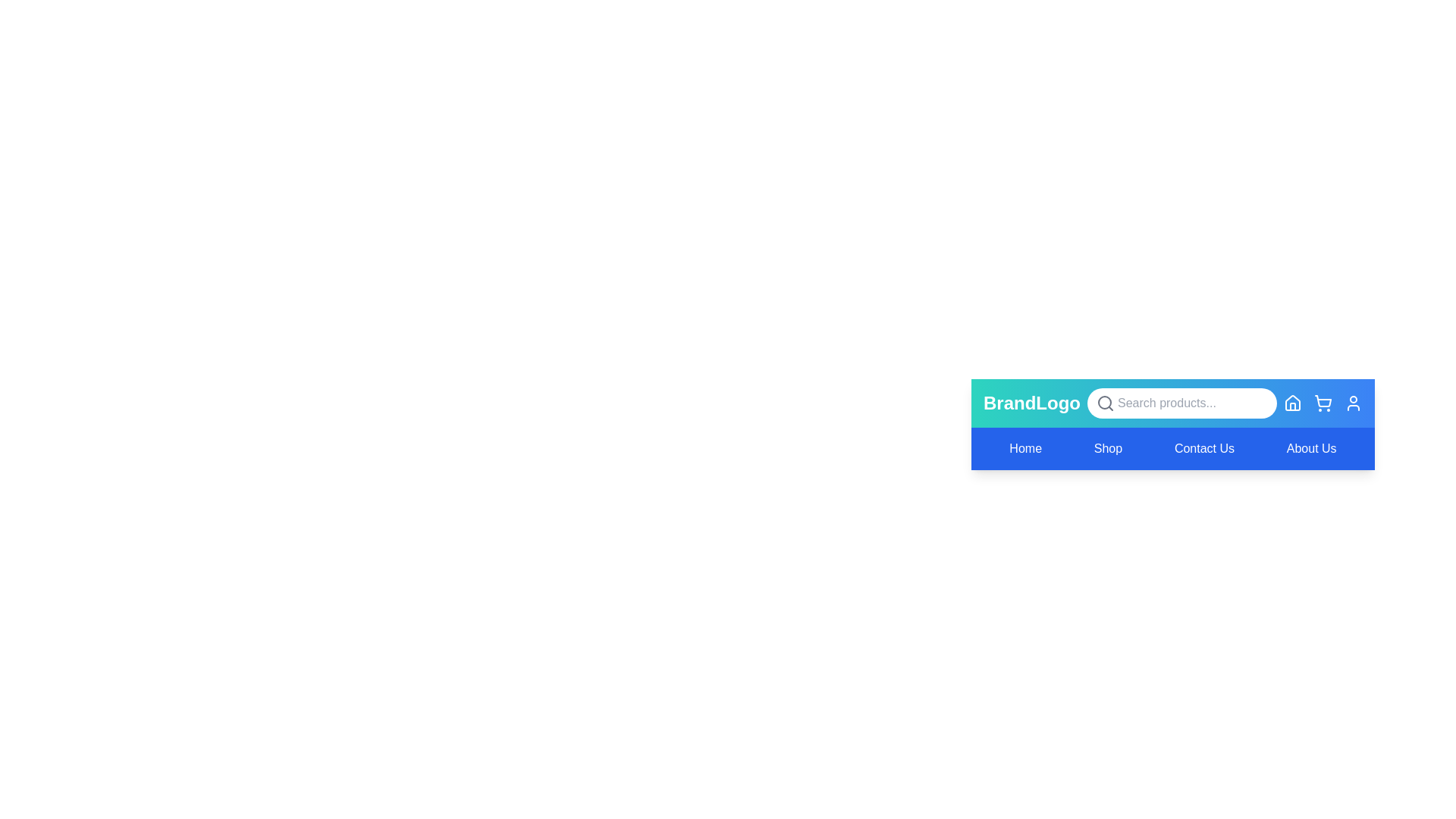 This screenshot has height=819, width=1456. What do you see at coordinates (1025, 447) in the screenshot?
I see `the navigation menu item Home` at bounding box center [1025, 447].